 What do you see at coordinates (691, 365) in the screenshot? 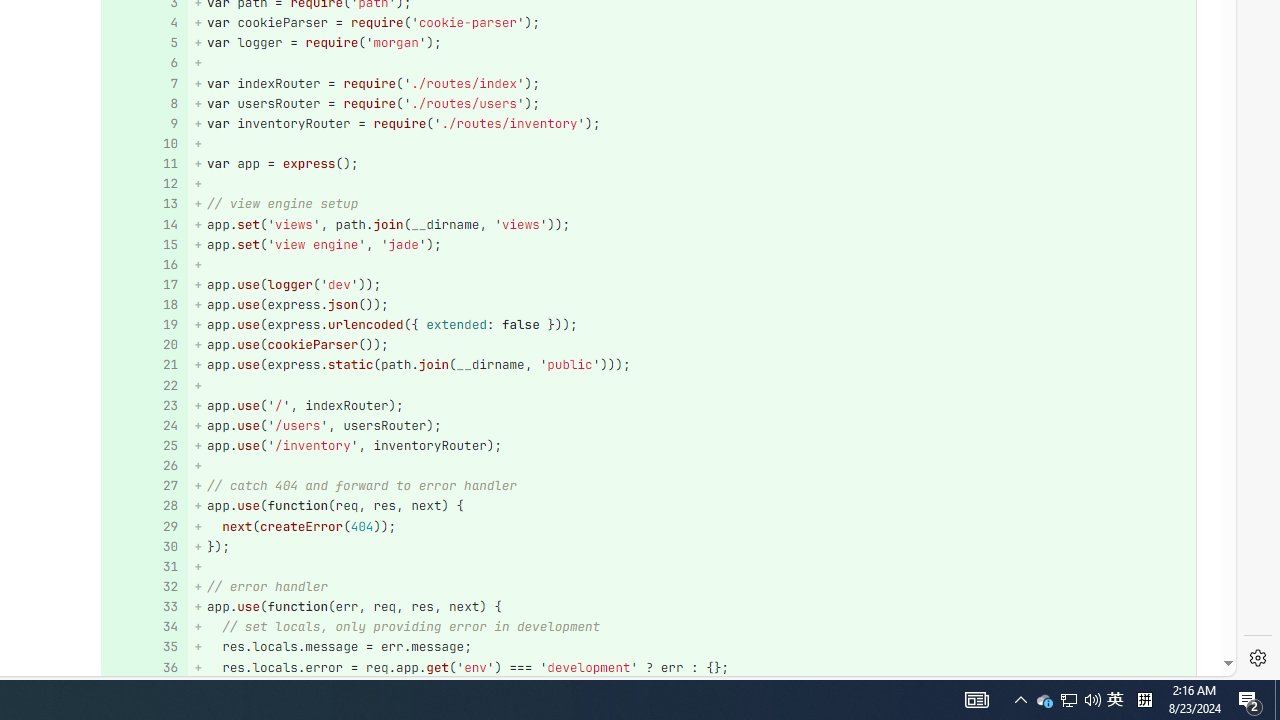
I see `'+ app.use(express.static(path.join(__dirname, '` at bounding box center [691, 365].